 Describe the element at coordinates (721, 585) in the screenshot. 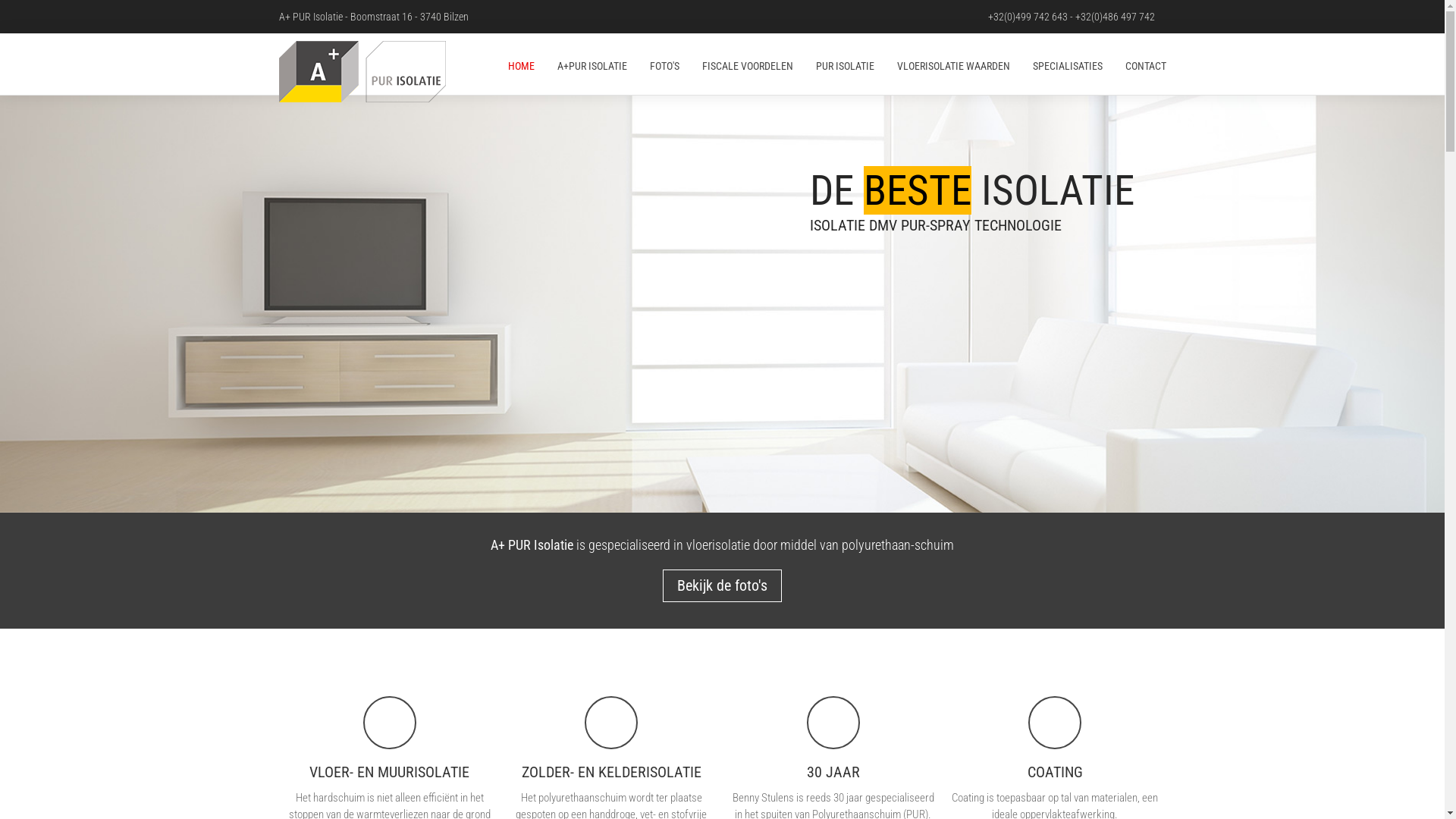

I see `'Bekijk de foto's'` at that location.